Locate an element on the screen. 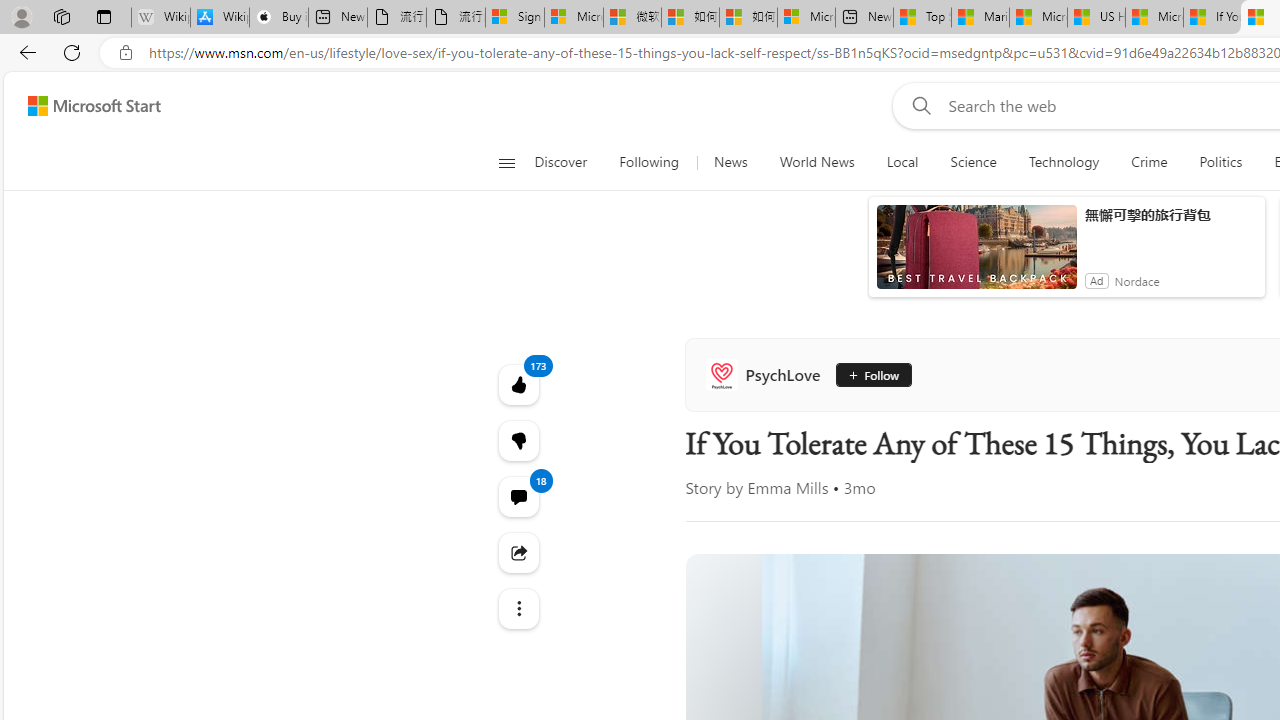 The image size is (1280, 720). 'Share this story' is located at coordinates (518, 552).